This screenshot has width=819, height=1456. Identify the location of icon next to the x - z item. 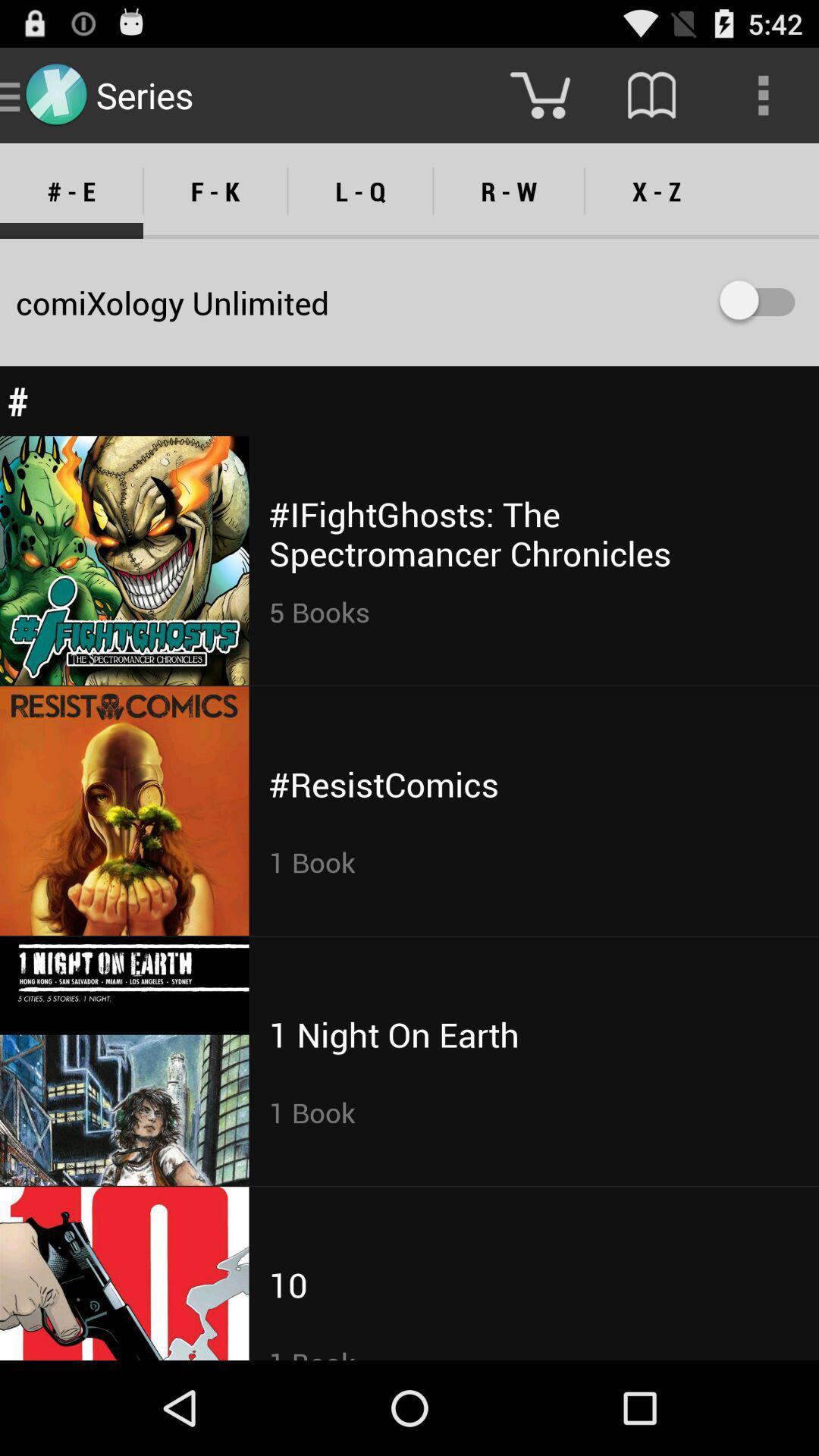
(509, 190).